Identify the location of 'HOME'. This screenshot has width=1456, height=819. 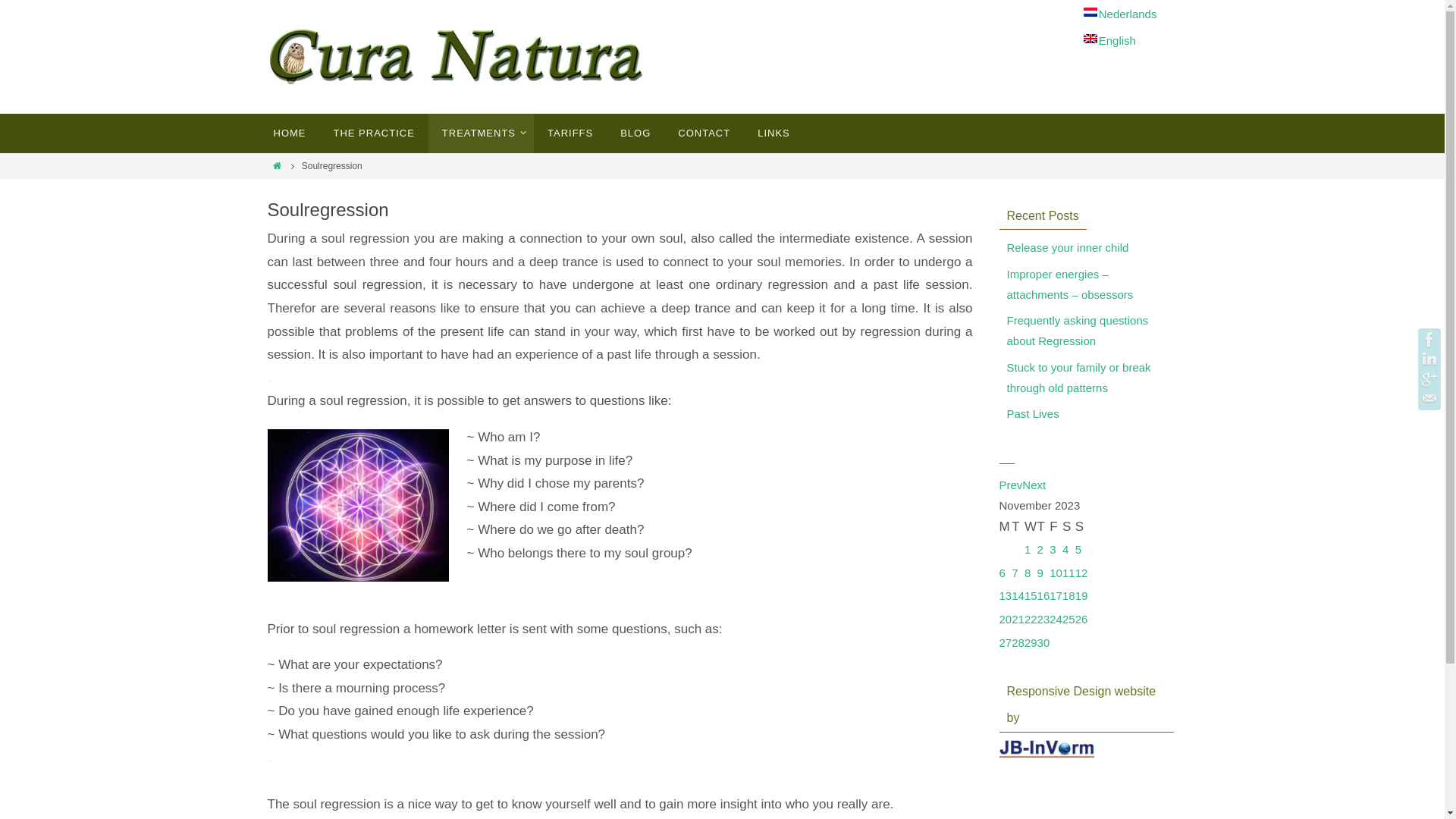
(289, 133).